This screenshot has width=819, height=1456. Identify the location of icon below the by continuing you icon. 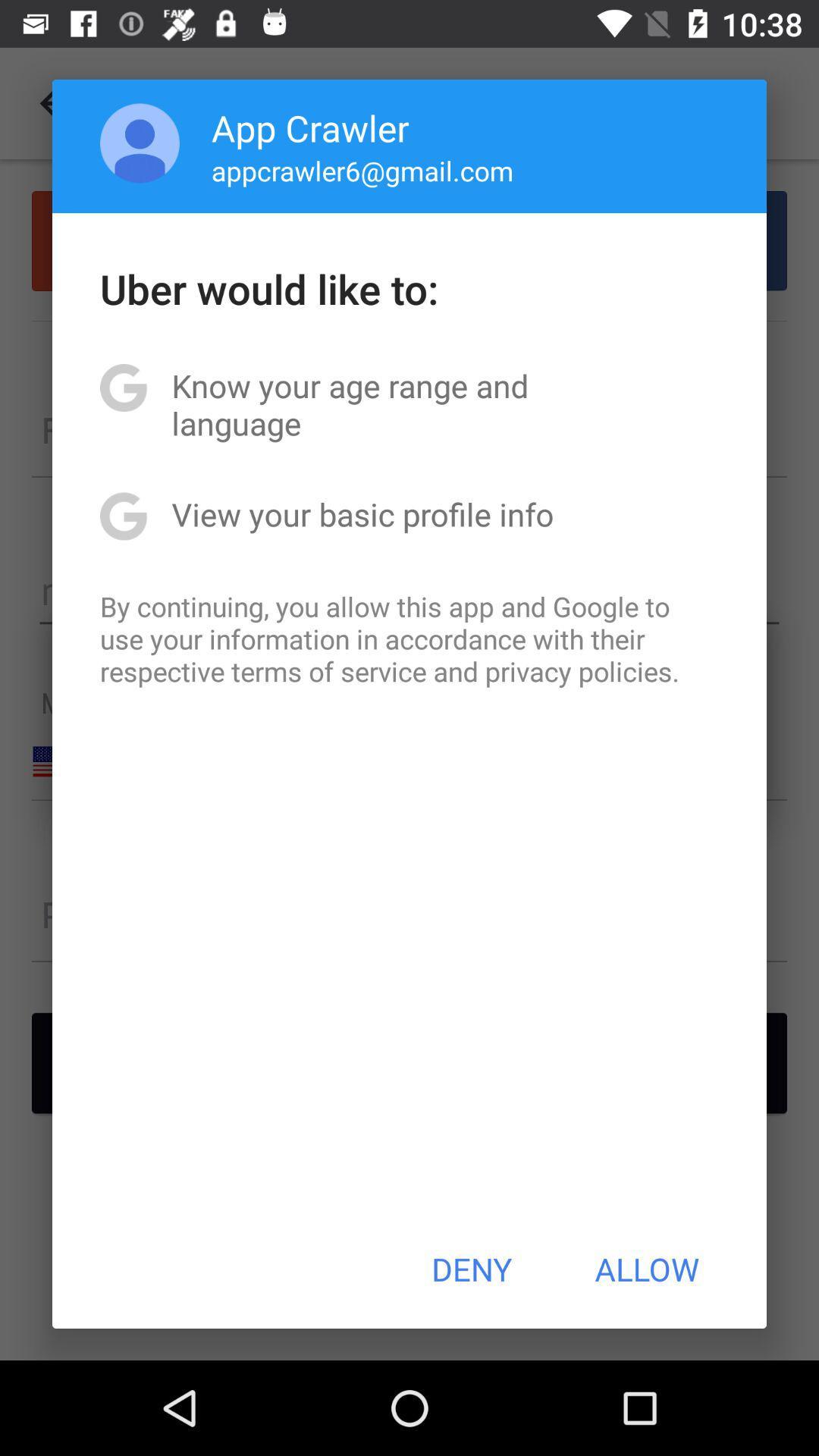
(471, 1269).